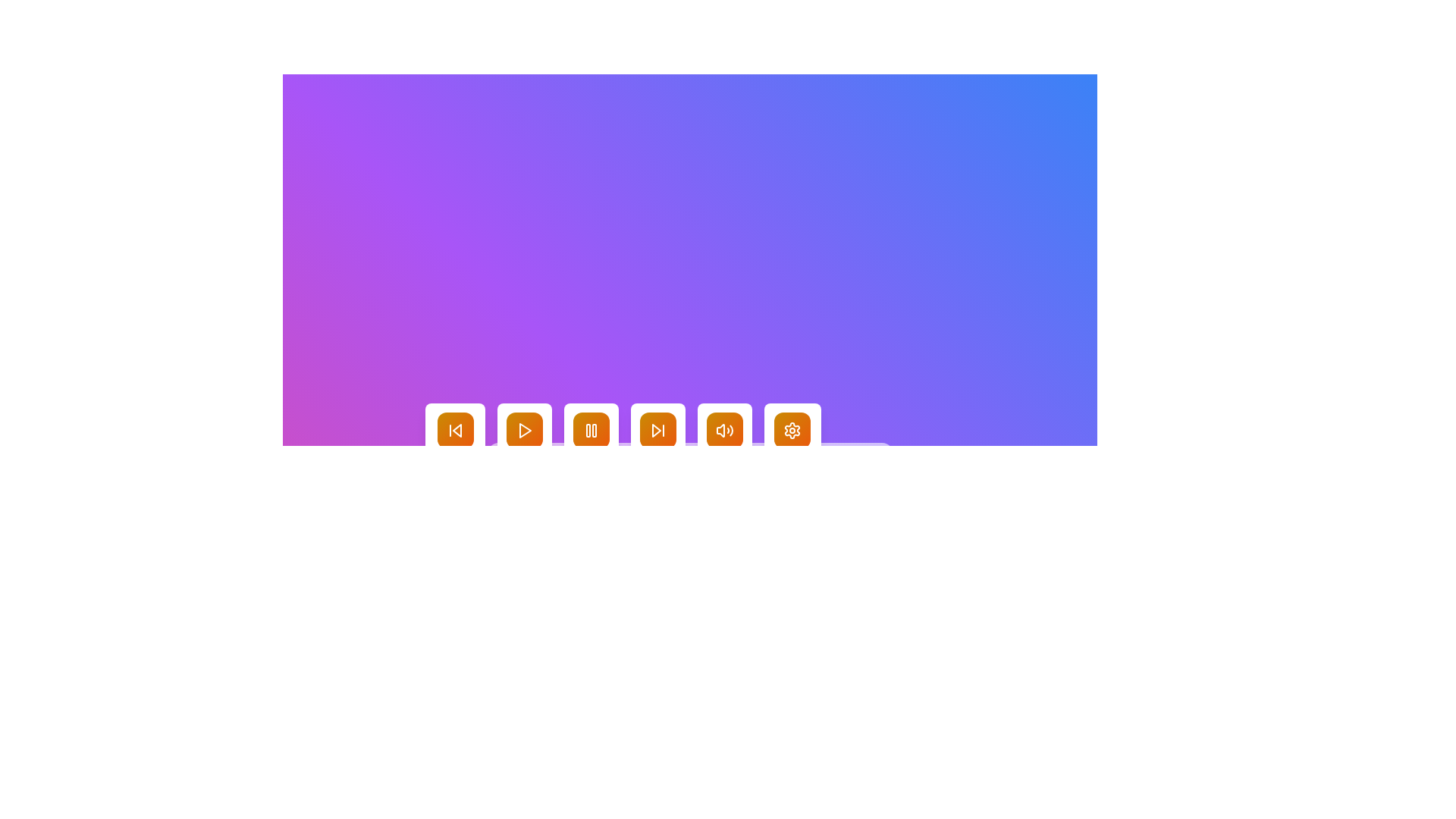 The image size is (1456, 819). Describe the element at coordinates (590, 441) in the screenshot. I see `the pause button located between the 'Play' button and the 'Next' button` at that location.